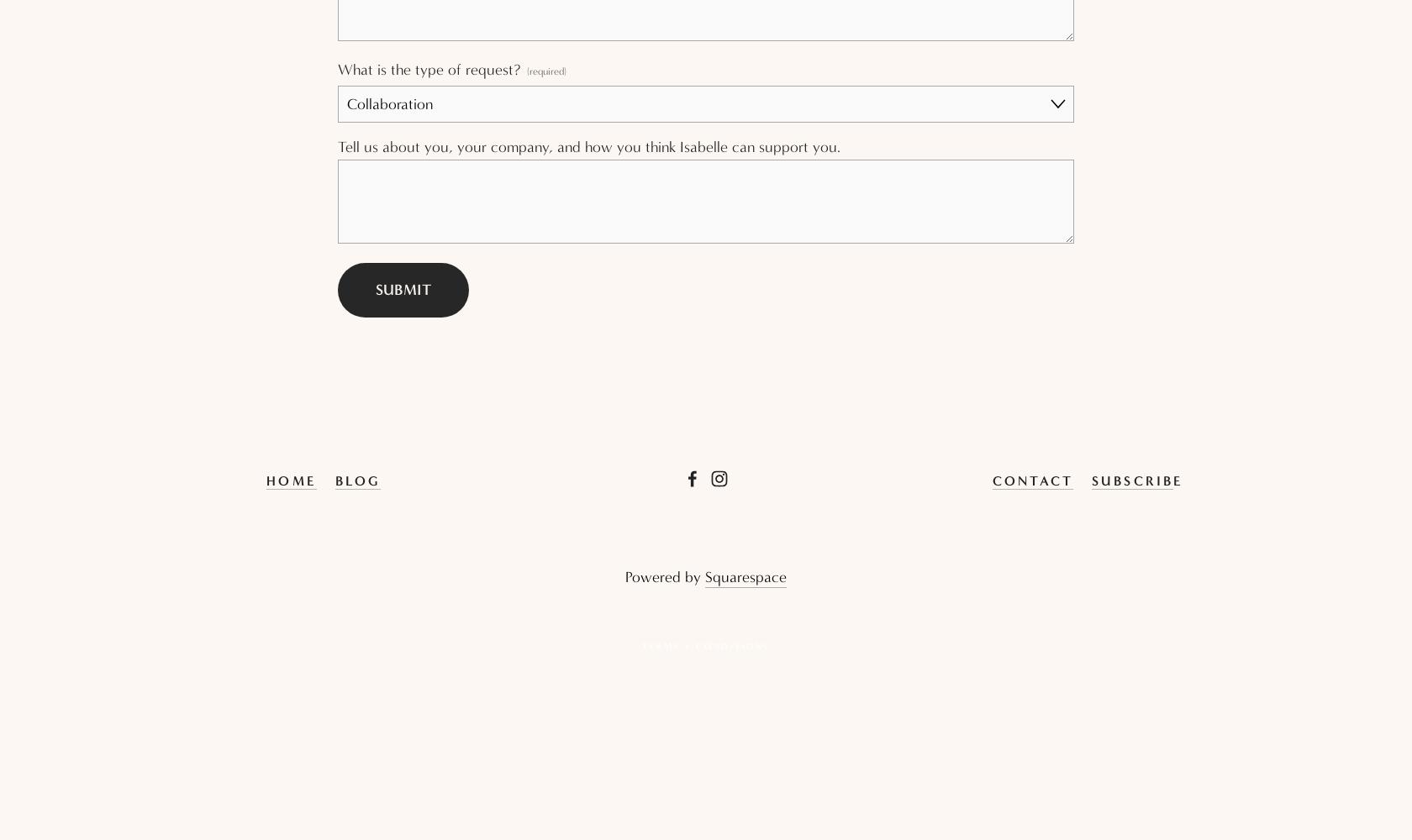 This screenshot has height=840, width=1412. Describe the element at coordinates (746, 577) in the screenshot. I see `'Squarespace'` at that location.